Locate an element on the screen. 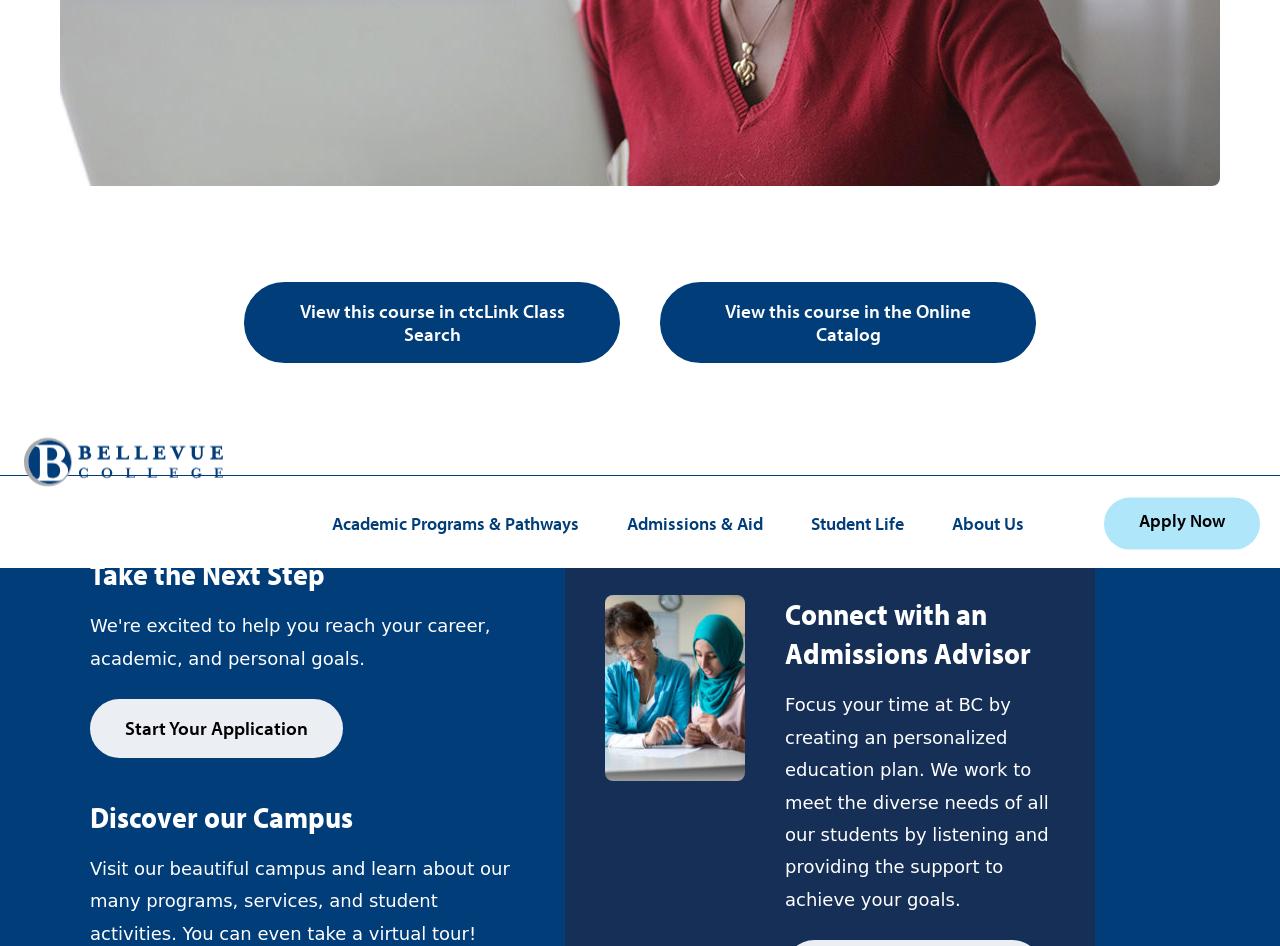 This screenshot has height=946, width=1280. '(425) 564-1000' is located at coordinates (556, 256).